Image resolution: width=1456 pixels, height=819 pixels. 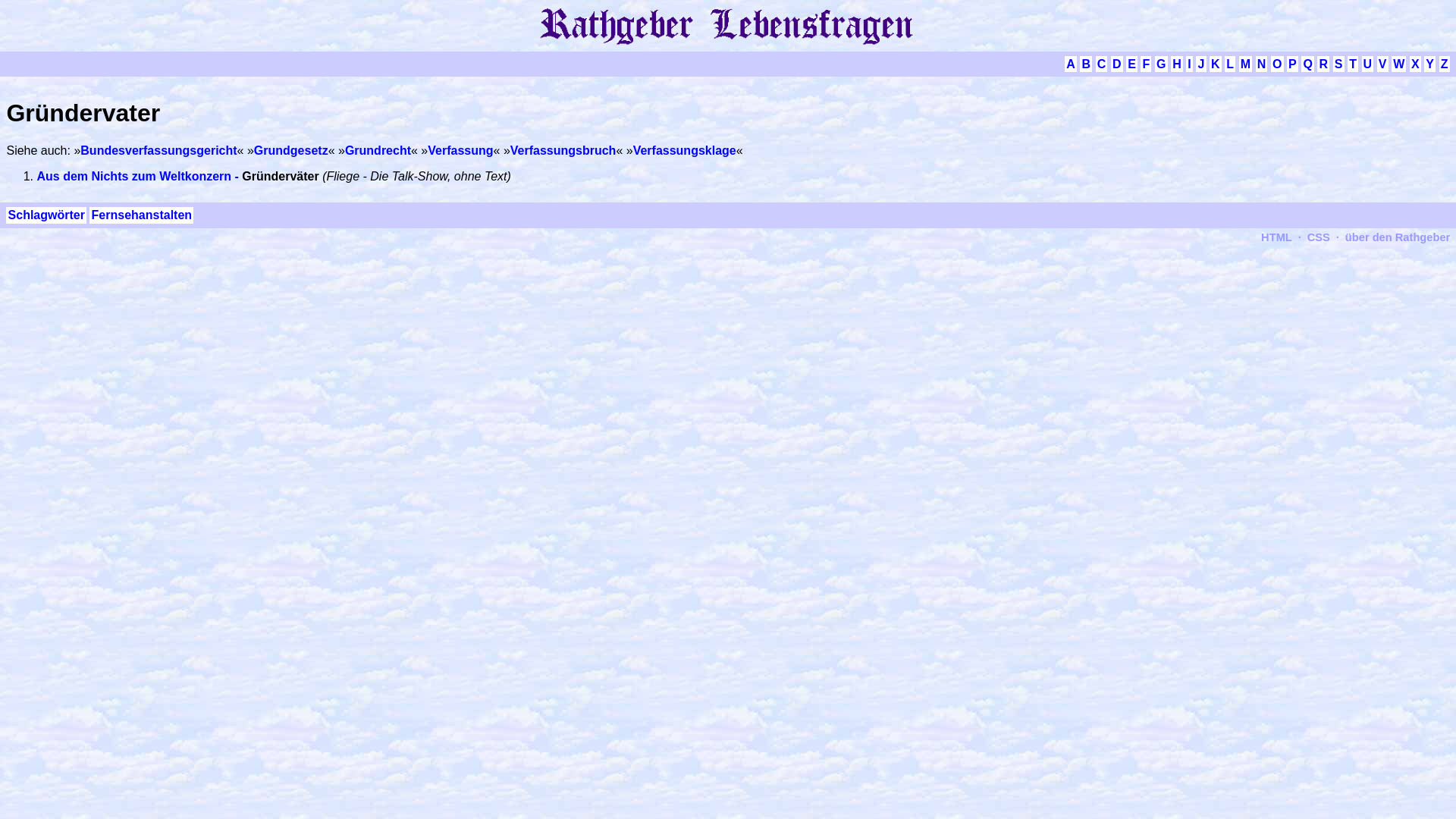 What do you see at coordinates (1170, 63) in the screenshot?
I see `'H'` at bounding box center [1170, 63].